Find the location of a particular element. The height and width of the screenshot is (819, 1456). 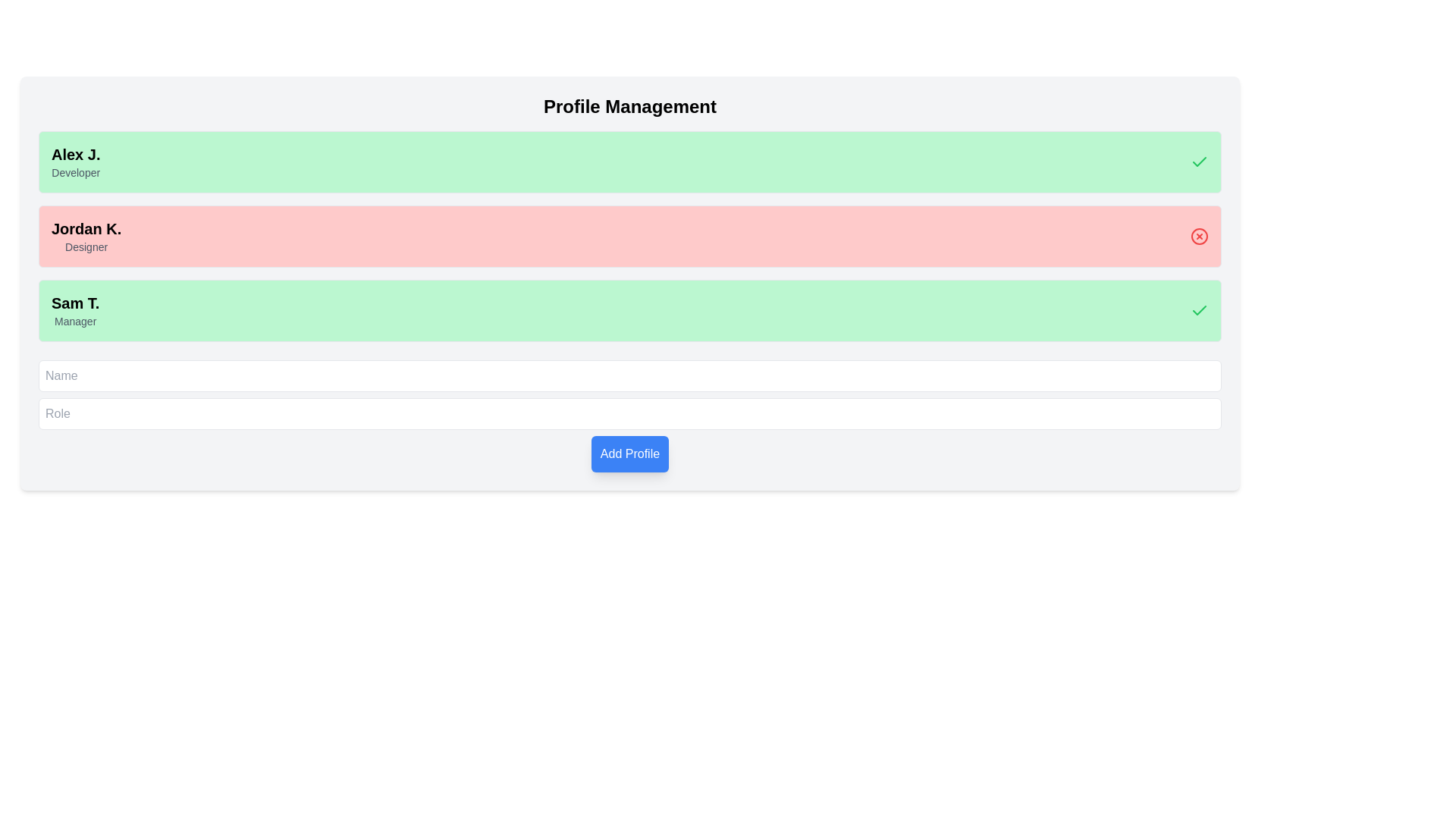

user's profile name 'Sam T.' and their associated role 'Manager.' displayed in the text area located in the lower half of the list of profiles, positioned below 'Jordan K. Designer.' is located at coordinates (74, 309).